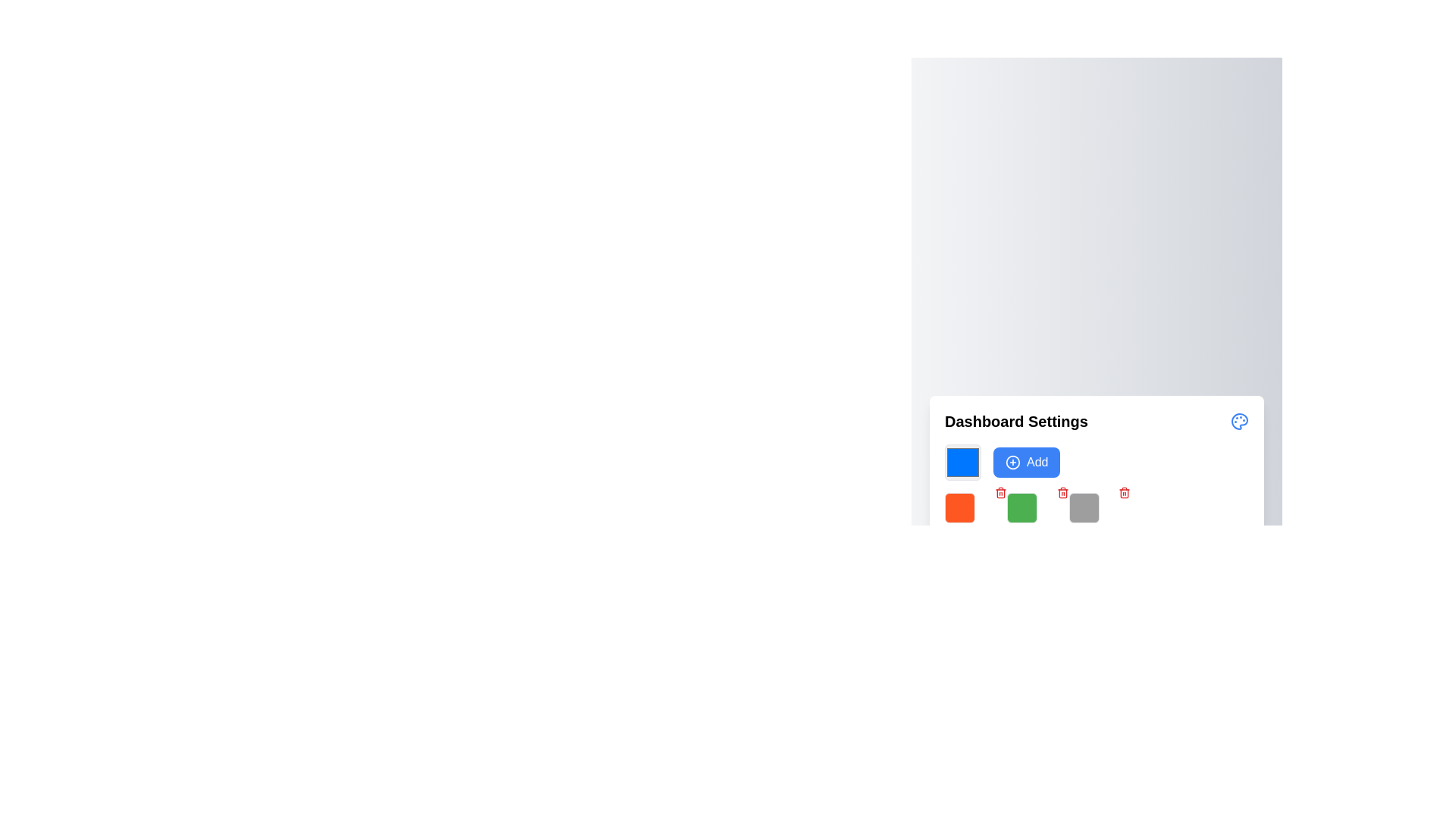  What do you see at coordinates (1021, 508) in the screenshot?
I see `the green square color selector in the Dashboard Settings section` at bounding box center [1021, 508].